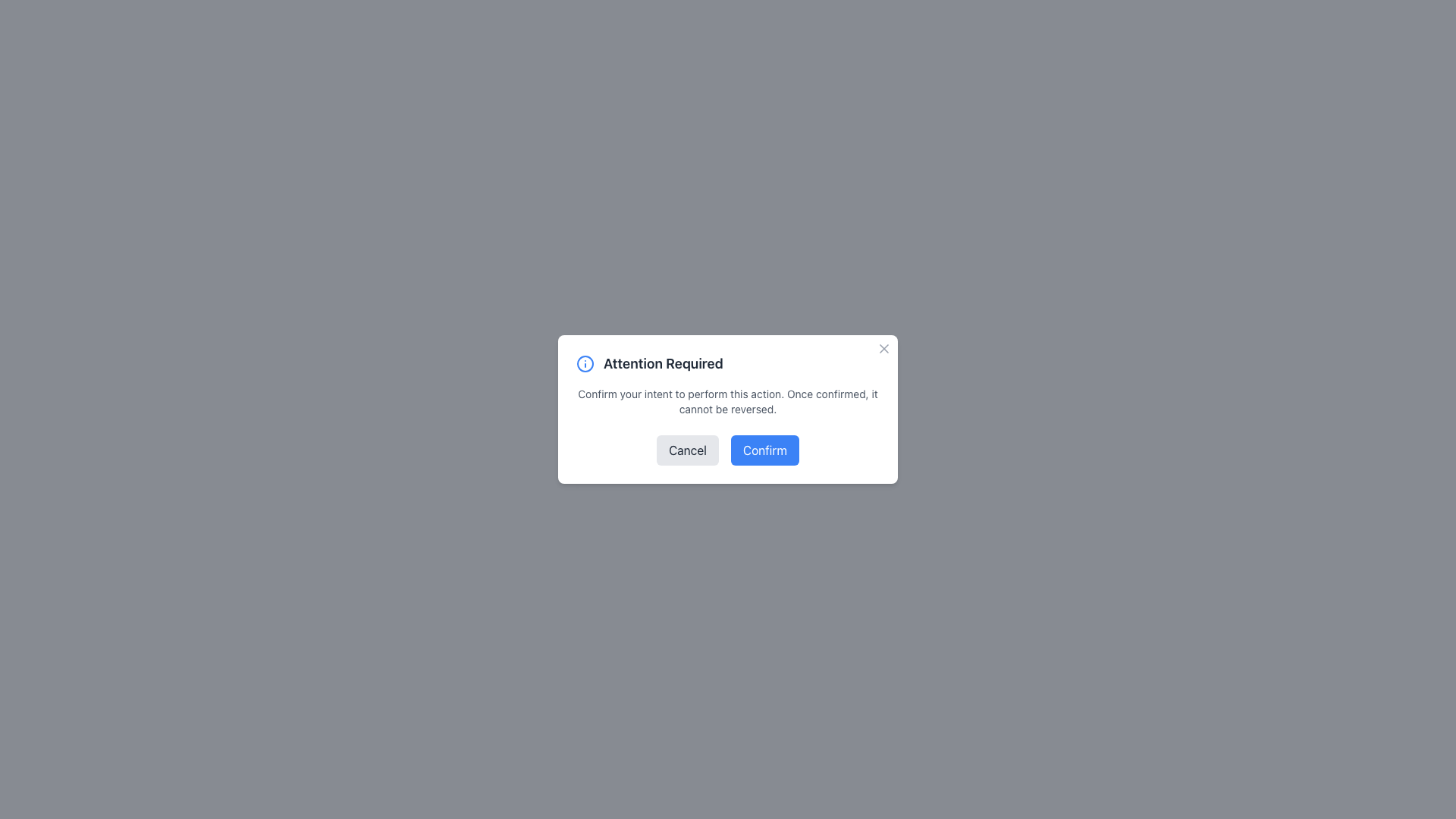 The width and height of the screenshot is (1456, 819). I want to click on the 'Cancel' button with a light-gray background and black text to observe the hover effect, so click(687, 450).